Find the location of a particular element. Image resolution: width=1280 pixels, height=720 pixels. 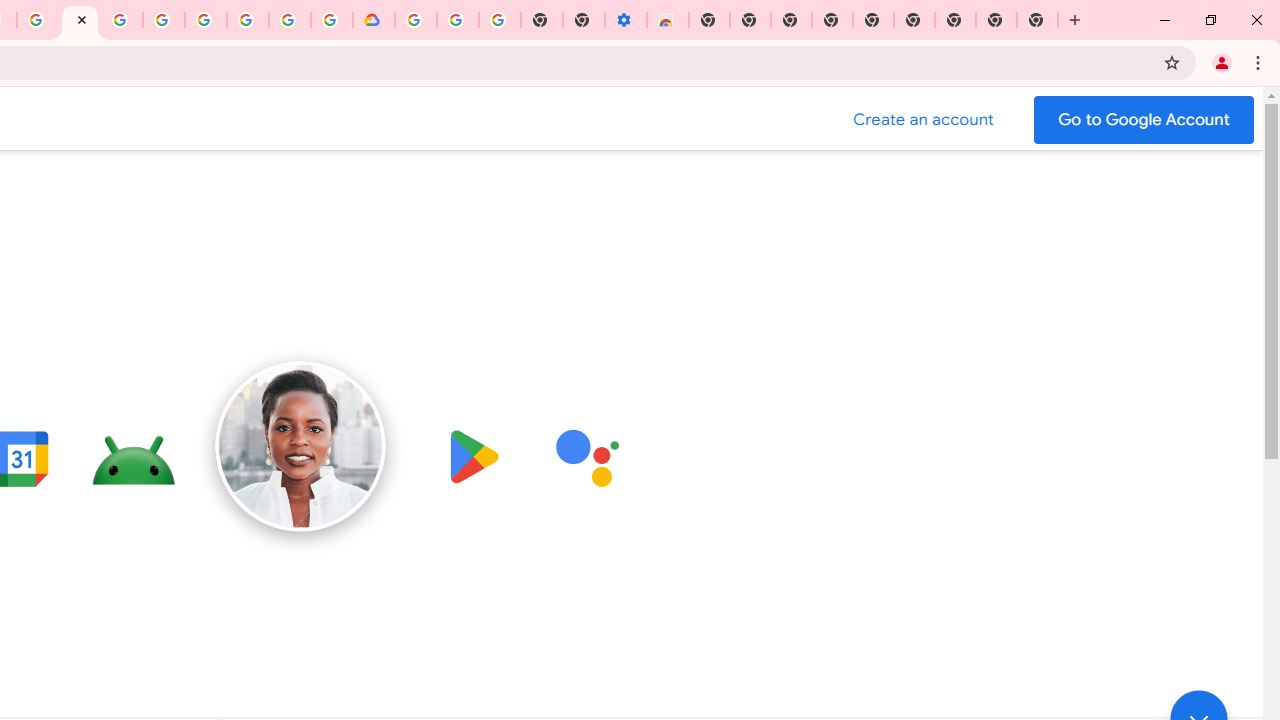

'Settings - Accessibility' is located at coordinates (624, 20).